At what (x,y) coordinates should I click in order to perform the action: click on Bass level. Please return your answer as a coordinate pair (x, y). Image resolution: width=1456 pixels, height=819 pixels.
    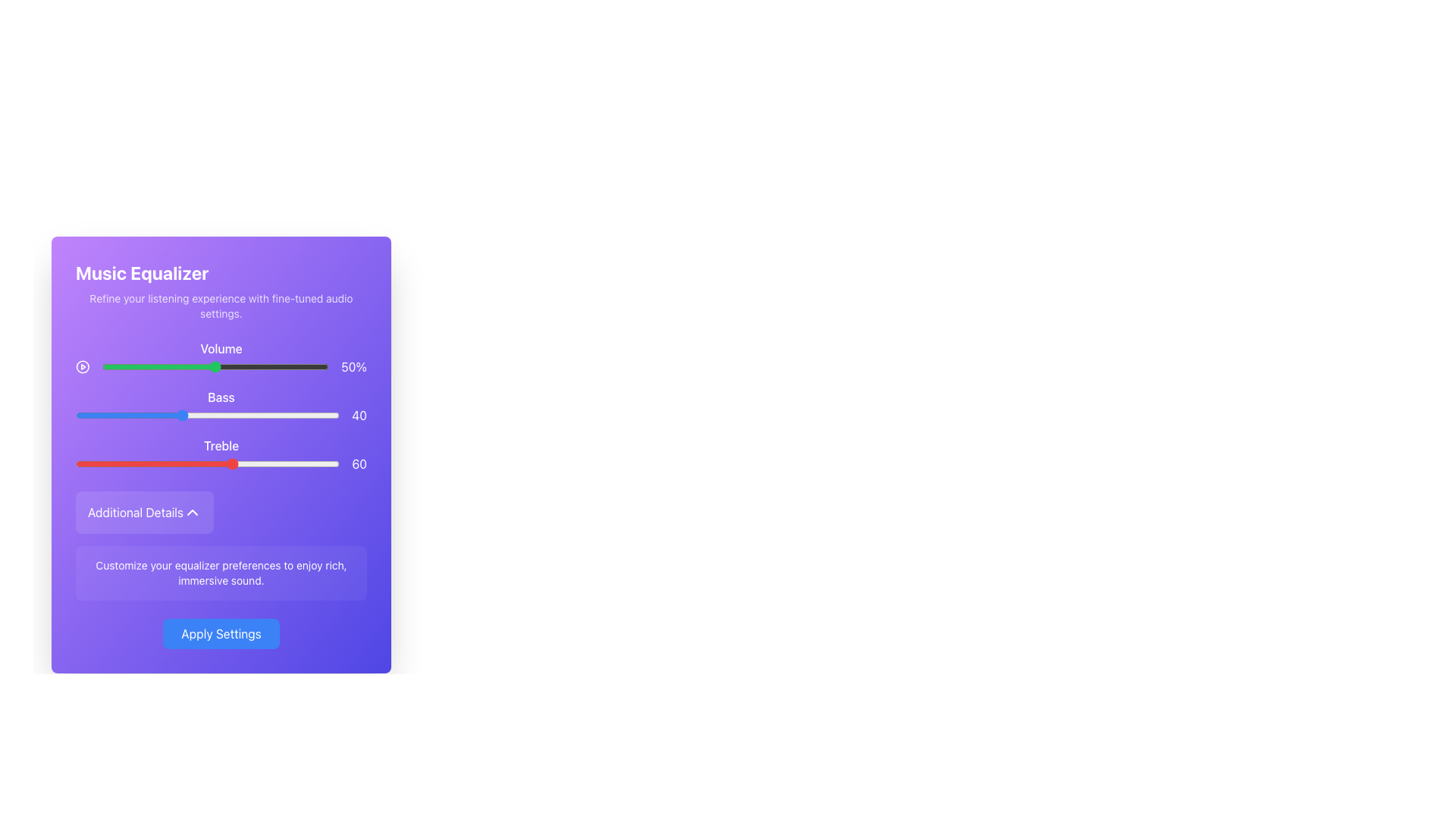
    Looking at the image, I should click on (90, 415).